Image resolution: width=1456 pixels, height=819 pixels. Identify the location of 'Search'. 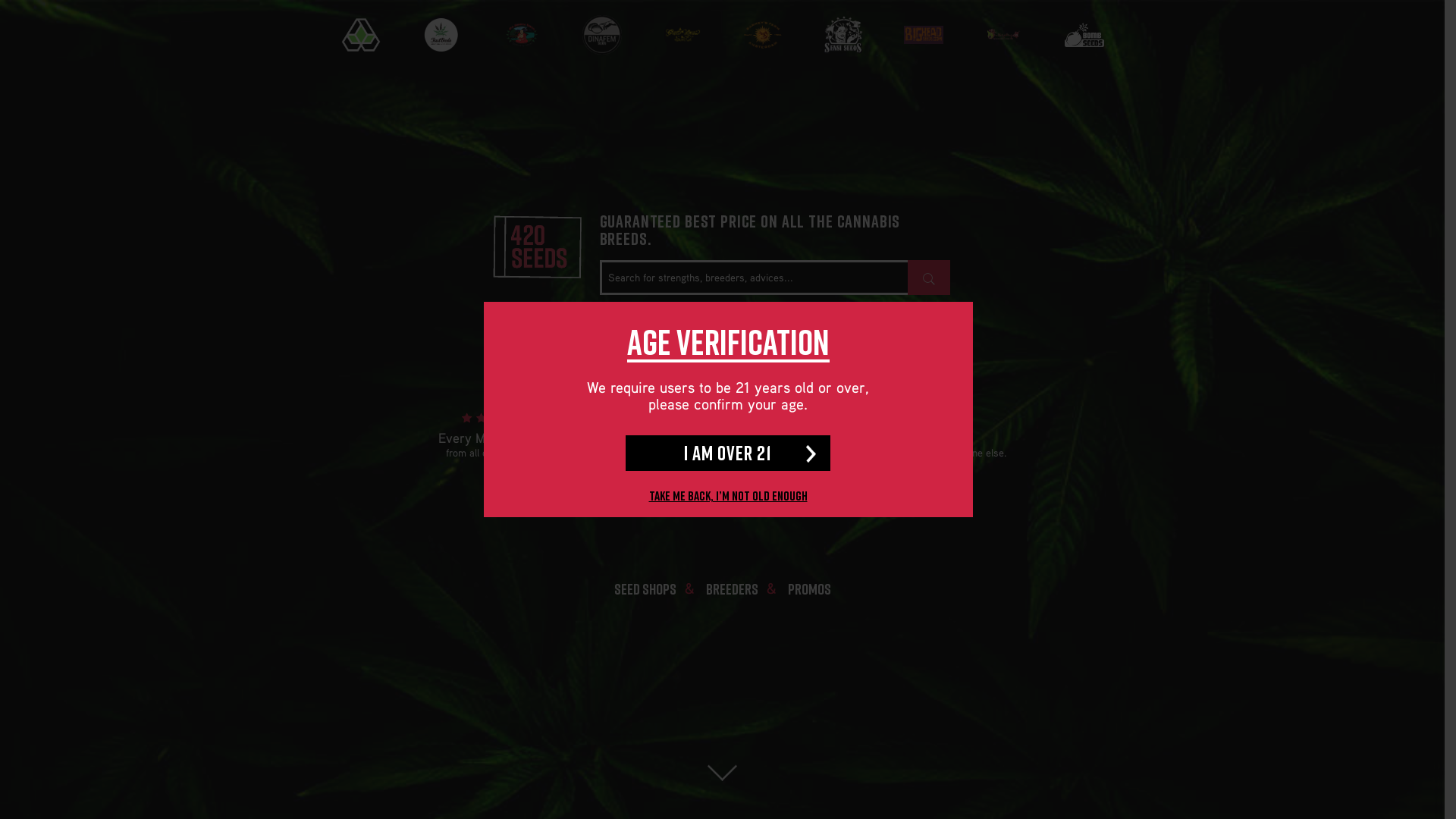
(927, 278).